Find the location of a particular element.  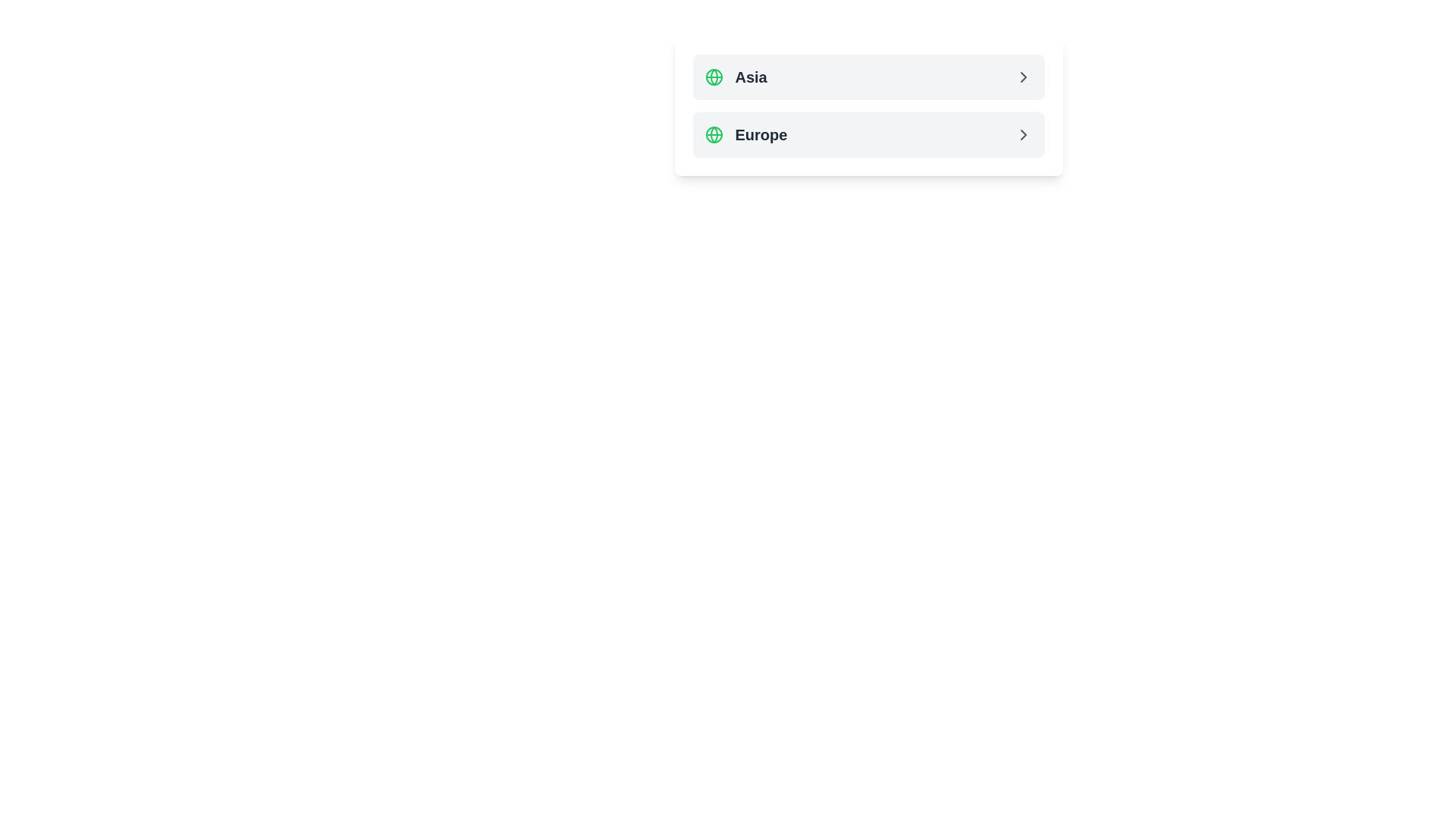

the right-pointing chevron icon with a gray color and slight border, located on the far right side of the list item labeled 'Europe' is located at coordinates (1023, 133).